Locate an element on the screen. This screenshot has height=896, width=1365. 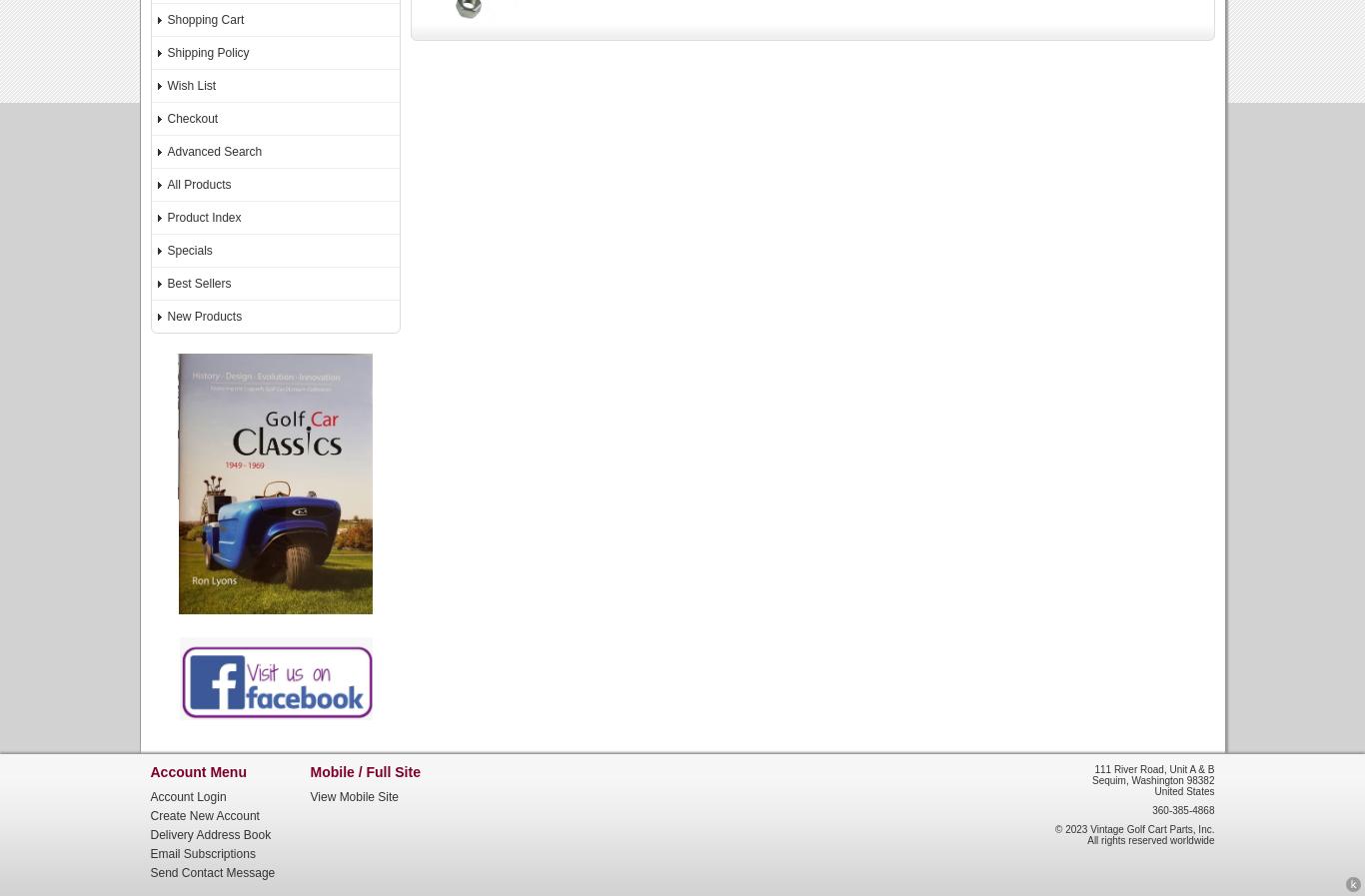
'View Mobile Site' is located at coordinates (353, 796).